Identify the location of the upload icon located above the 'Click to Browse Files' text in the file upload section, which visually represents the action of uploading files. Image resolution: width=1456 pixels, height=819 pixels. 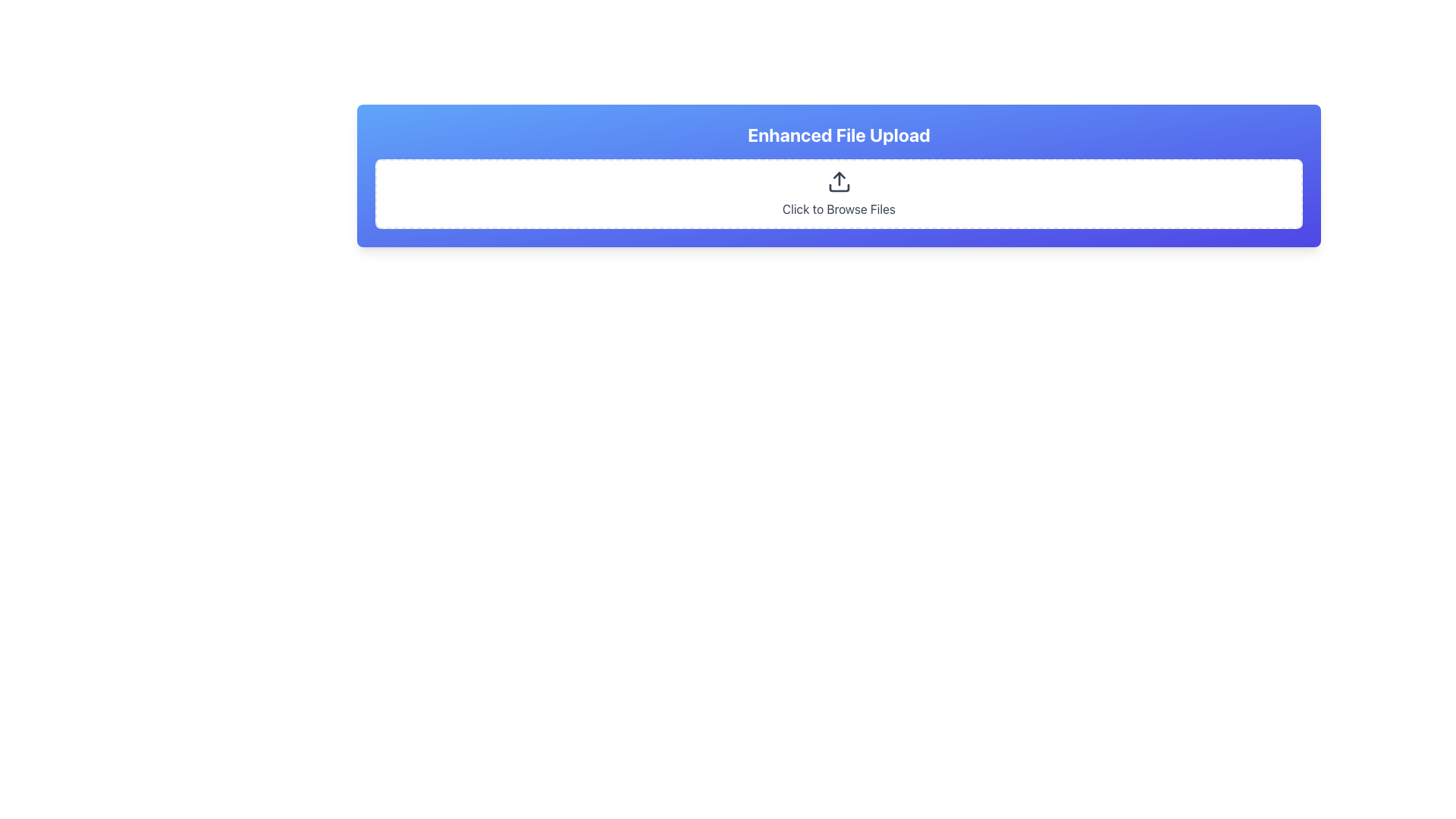
(838, 180).